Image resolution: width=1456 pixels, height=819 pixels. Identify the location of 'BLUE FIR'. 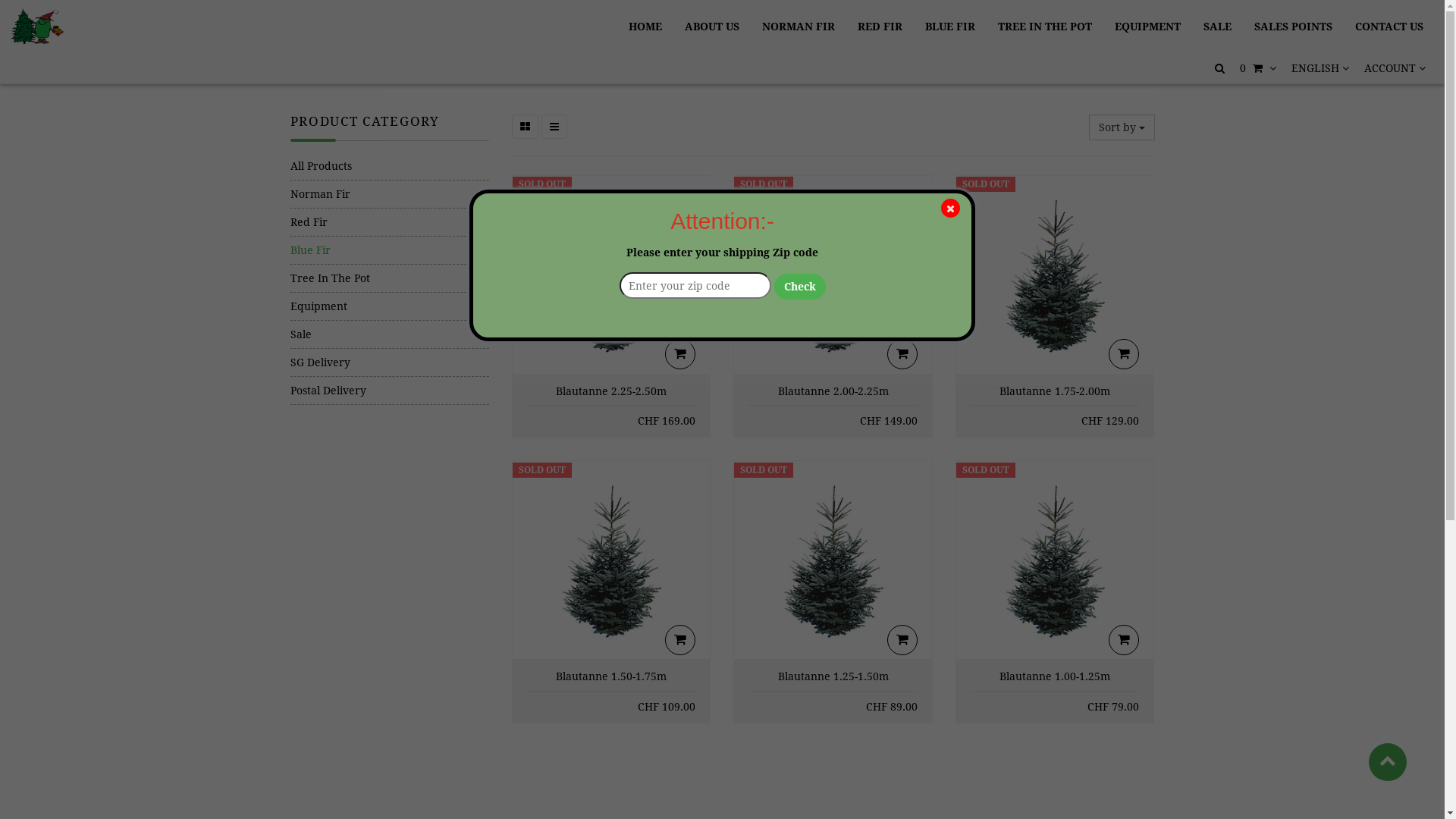
(949, 26).